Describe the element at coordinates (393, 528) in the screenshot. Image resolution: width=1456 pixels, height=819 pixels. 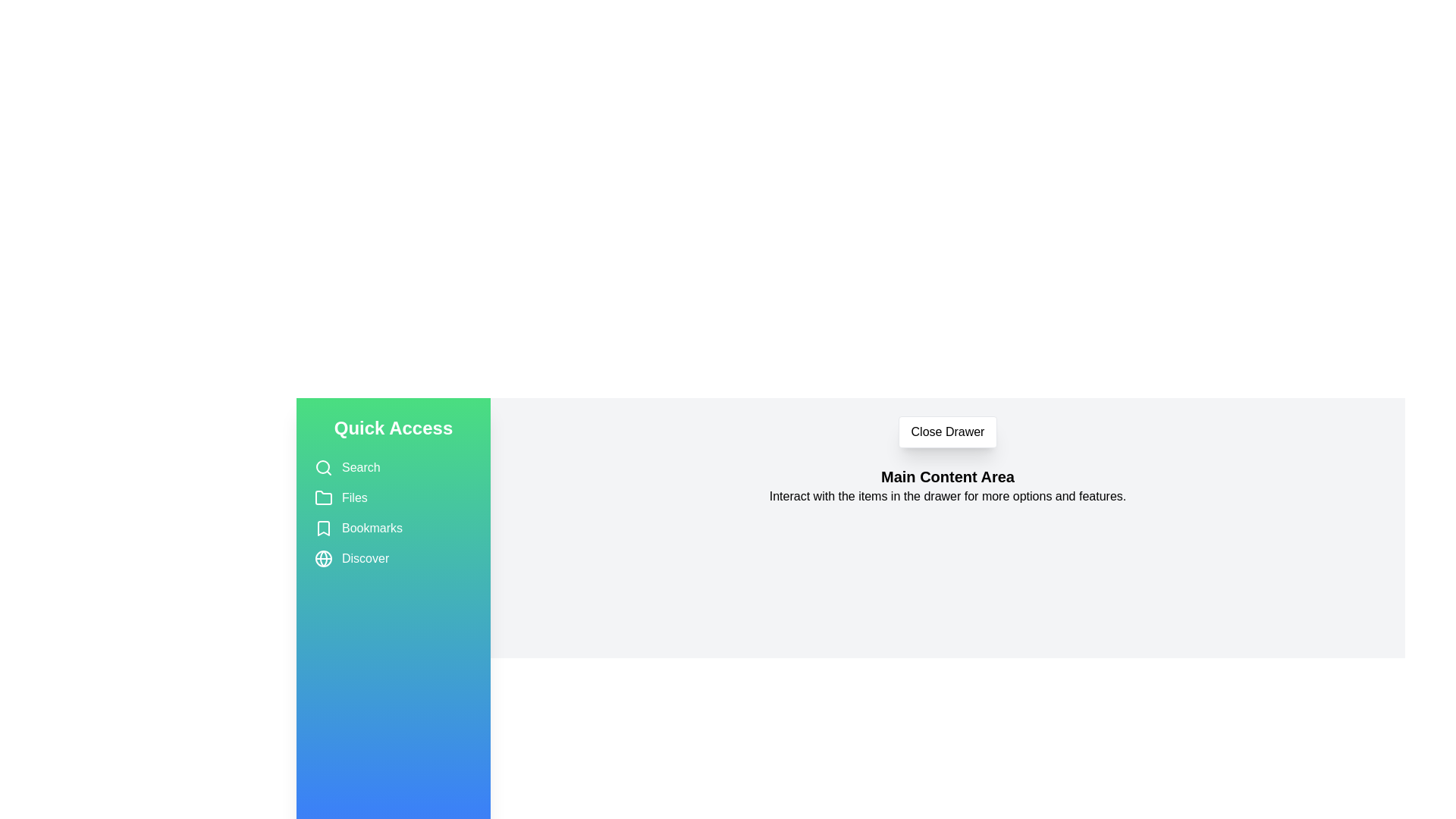
I see `the item Bookmarks in the drawer to select it` at that location.